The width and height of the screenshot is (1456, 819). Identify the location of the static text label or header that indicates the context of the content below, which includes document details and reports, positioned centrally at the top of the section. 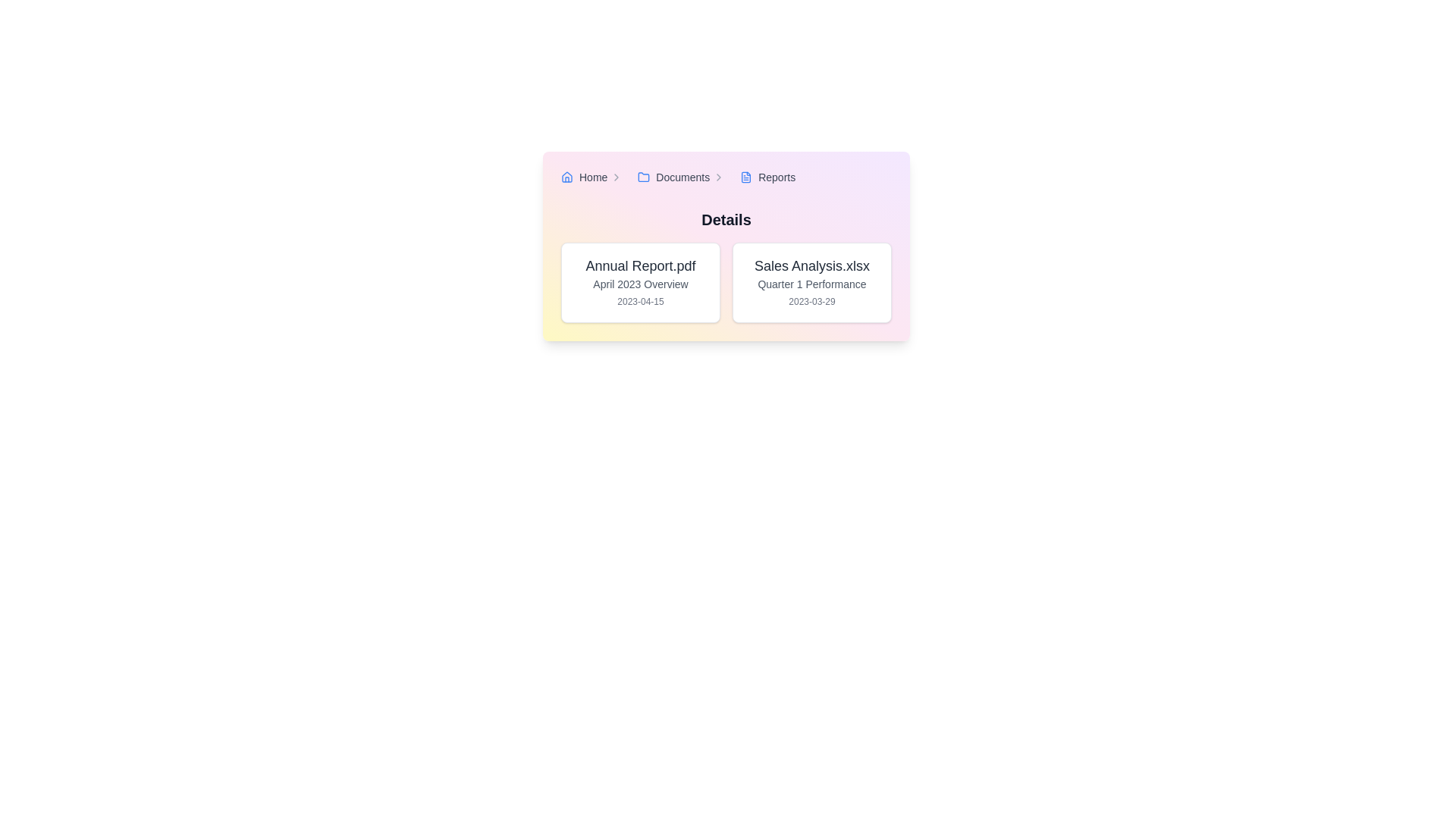
(726, 219).